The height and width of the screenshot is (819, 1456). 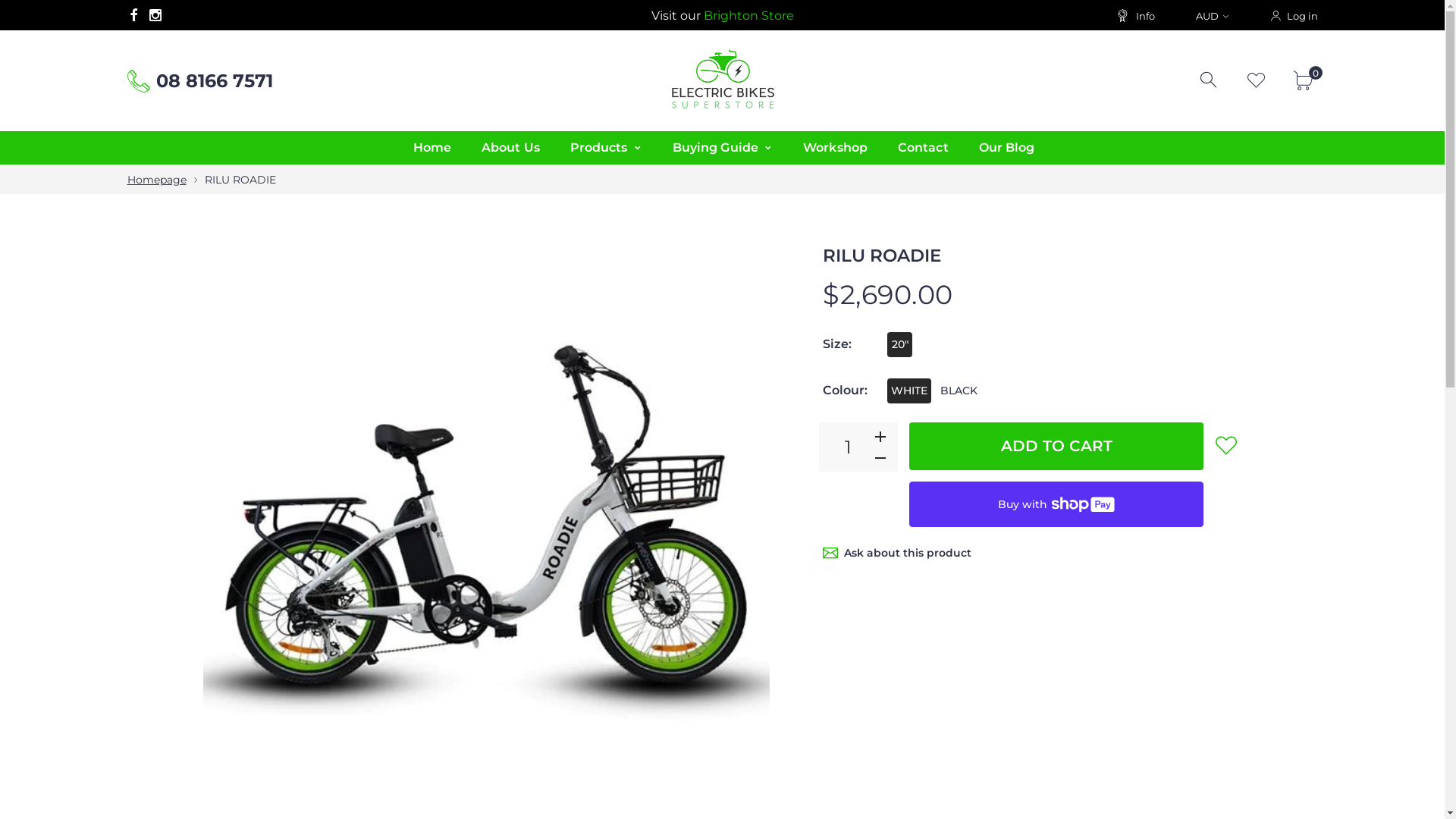 What do you see at coordinates (1211, 15) in the screenshot?
I see `'AUD'` at bounding box center [1211, 15].